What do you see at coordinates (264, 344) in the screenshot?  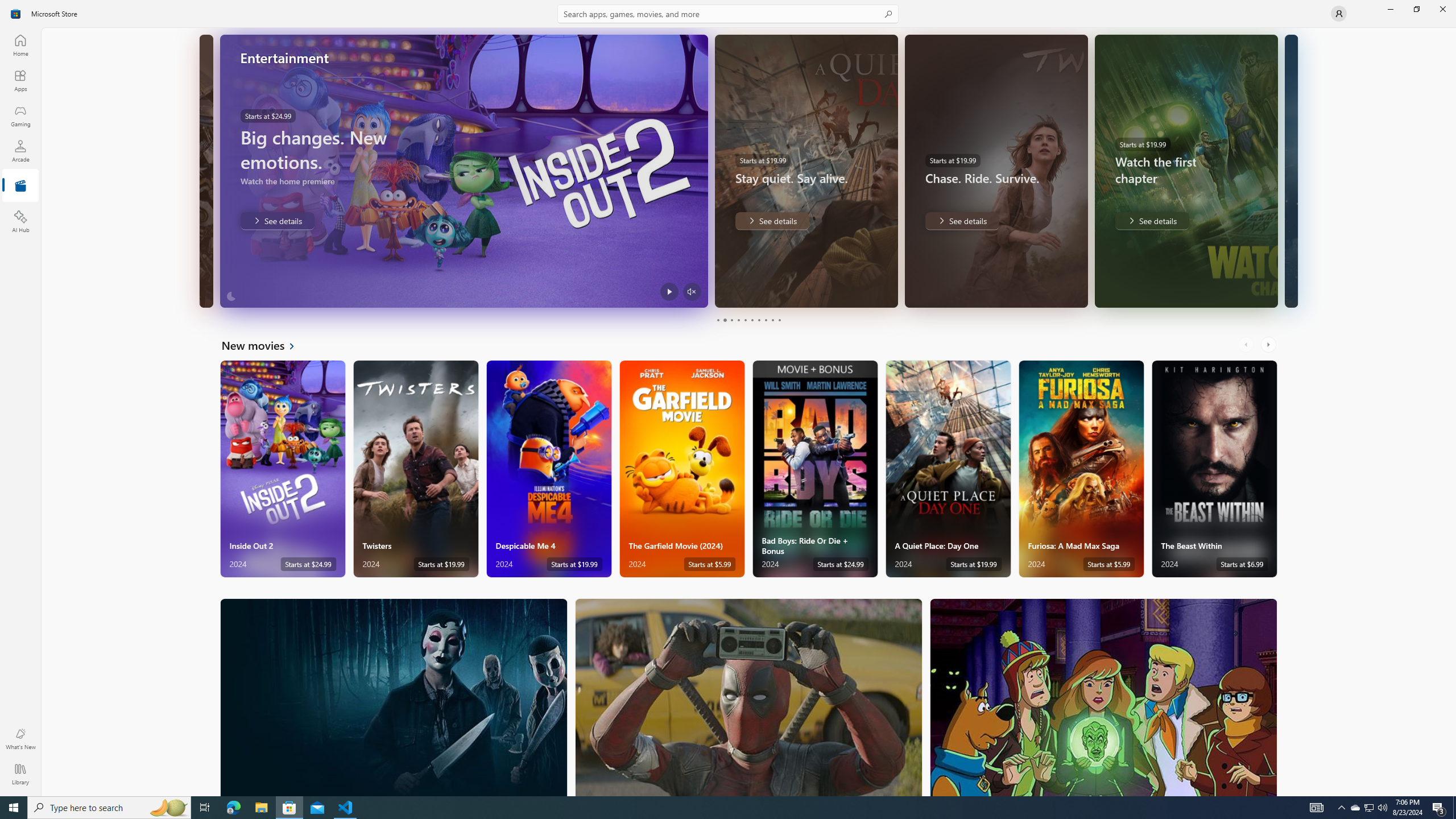 I see `'See all  New movies'` at bounding box center [264, 344].